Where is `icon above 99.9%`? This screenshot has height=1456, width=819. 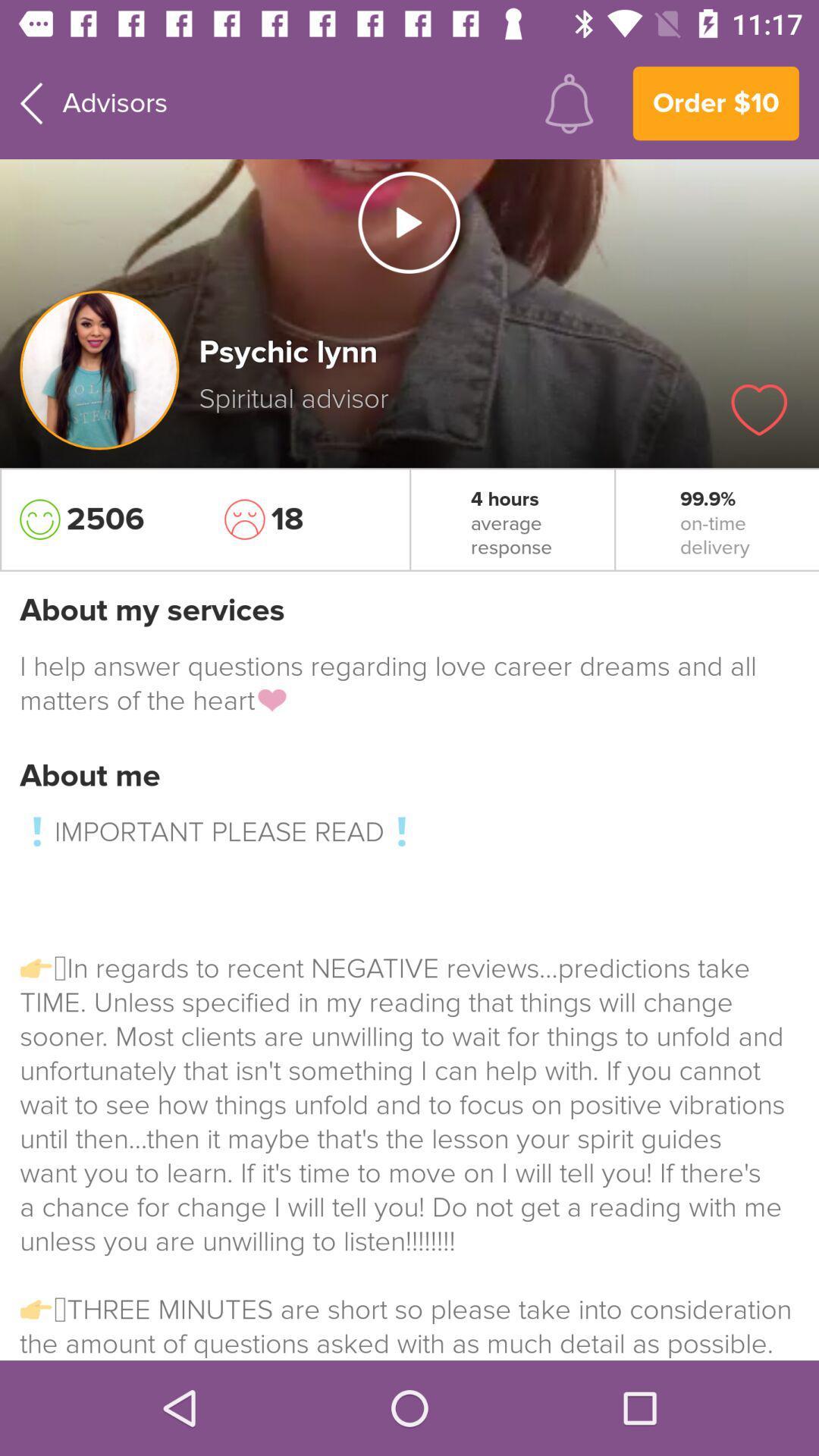 icon above 99.9% is located at coordinates (759, 409).